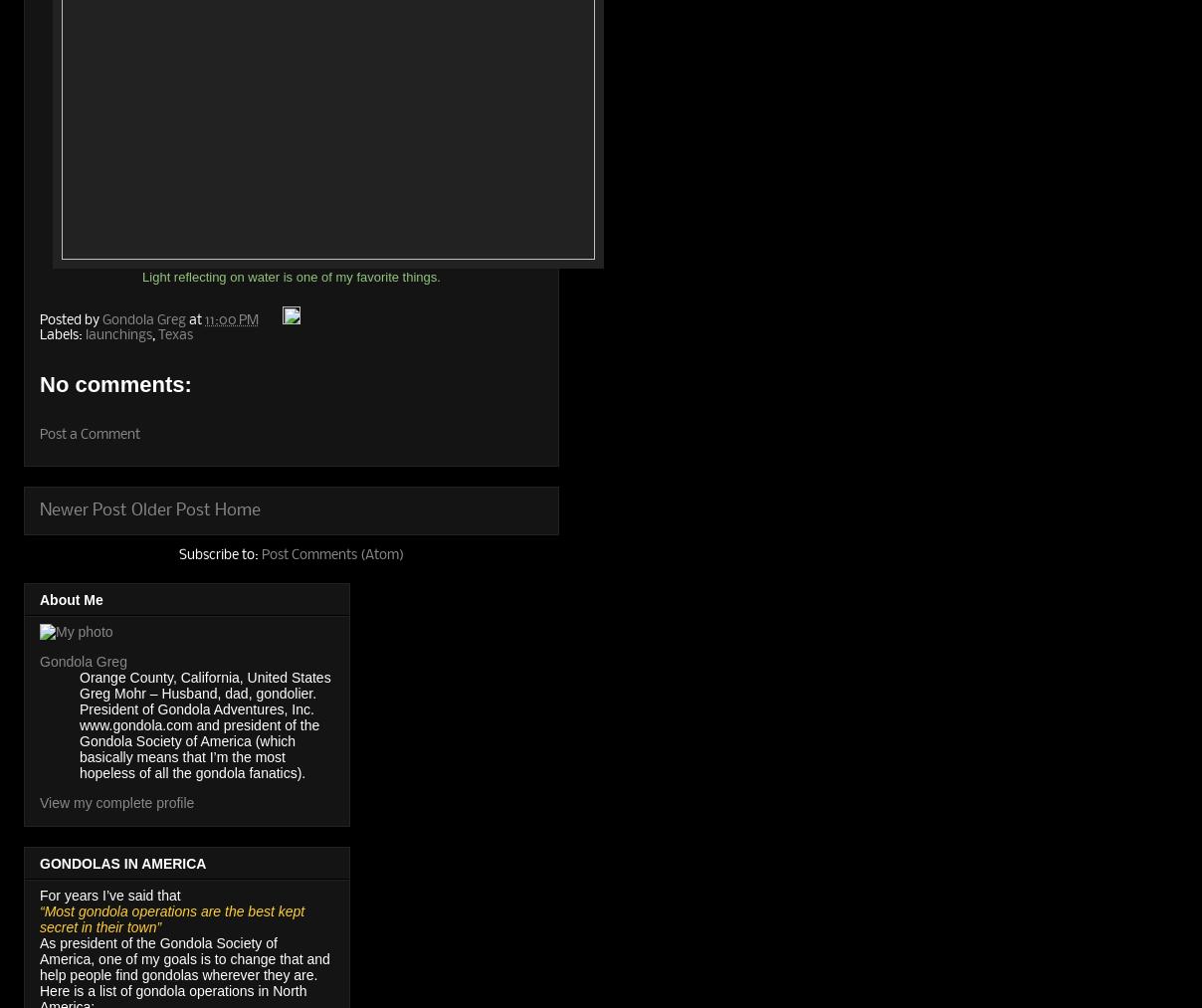 The height and width of the screenshot is (1008, 1202). I want to click on 'Light reflecting on water is one of my favorite things.', so click(291, 275).